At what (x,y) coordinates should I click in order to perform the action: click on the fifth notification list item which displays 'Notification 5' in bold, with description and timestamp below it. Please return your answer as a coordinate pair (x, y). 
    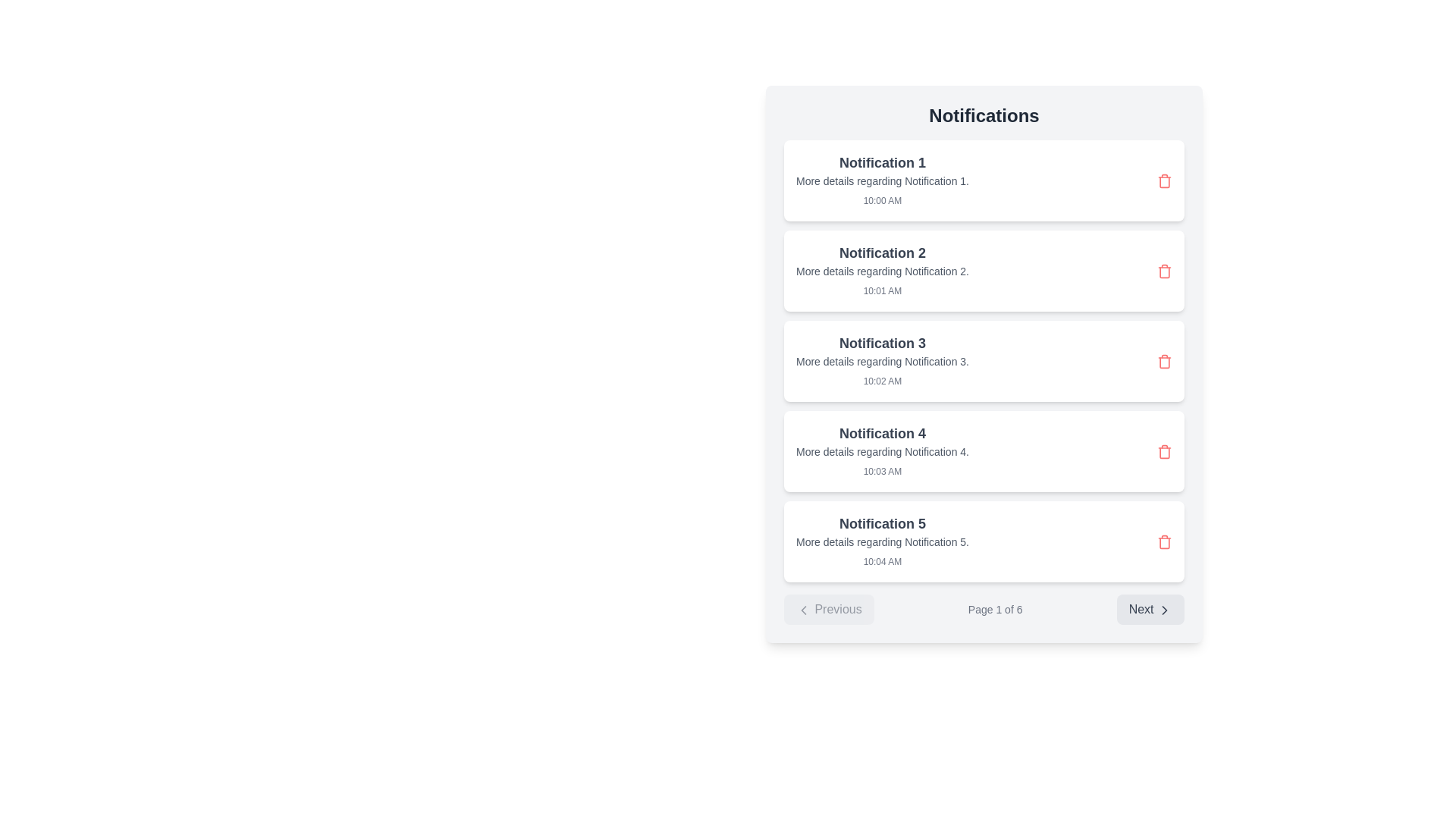
    Looking at the image, I should click on (883, 541).